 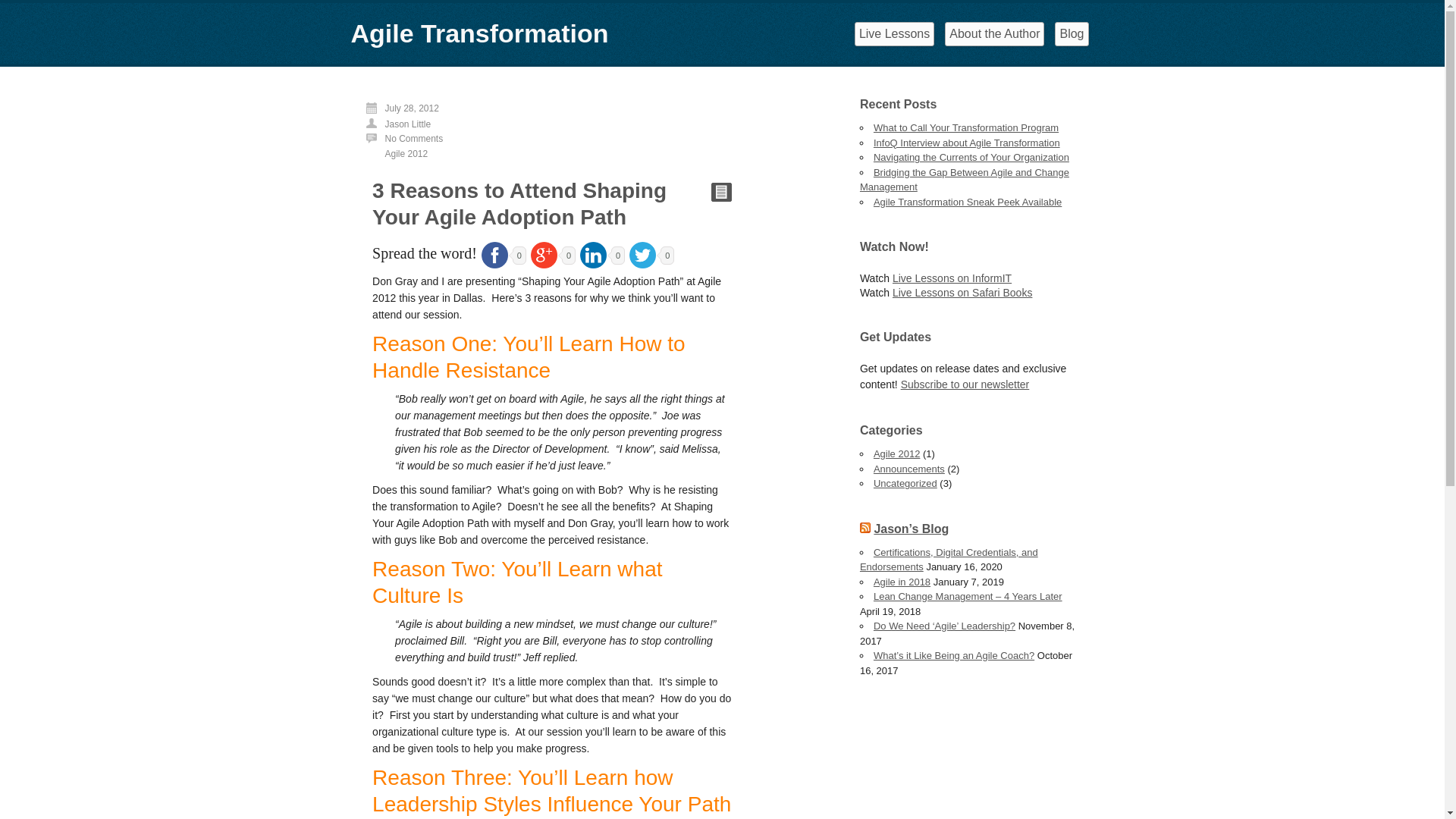 What do you see at coordinates (1070, 34) in the screenshot?
I see `'Blog'` at bounding box center [1070, 34].